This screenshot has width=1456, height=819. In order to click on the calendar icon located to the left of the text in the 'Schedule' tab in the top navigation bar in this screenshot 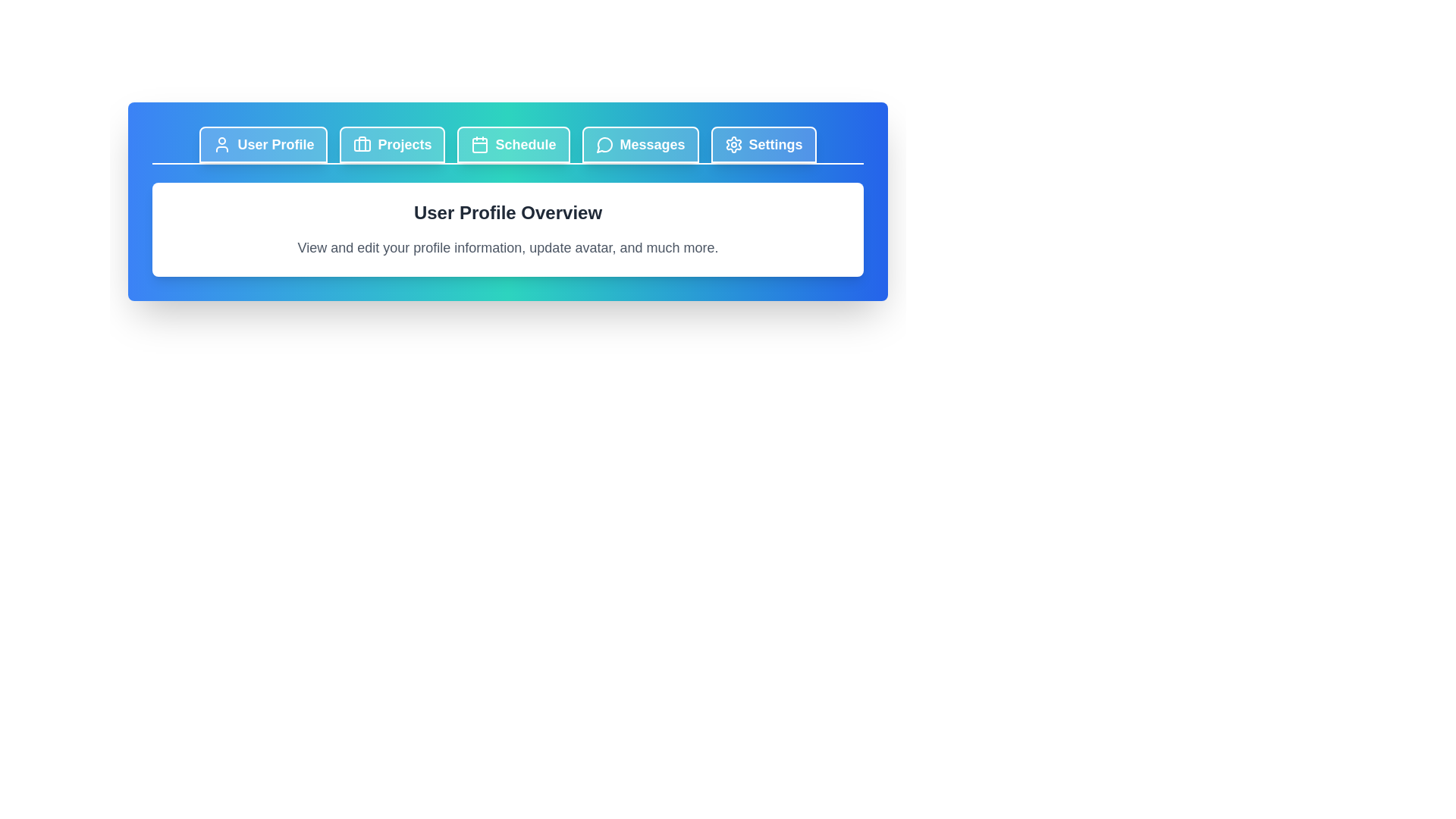, I will do `click(479, 145)`.